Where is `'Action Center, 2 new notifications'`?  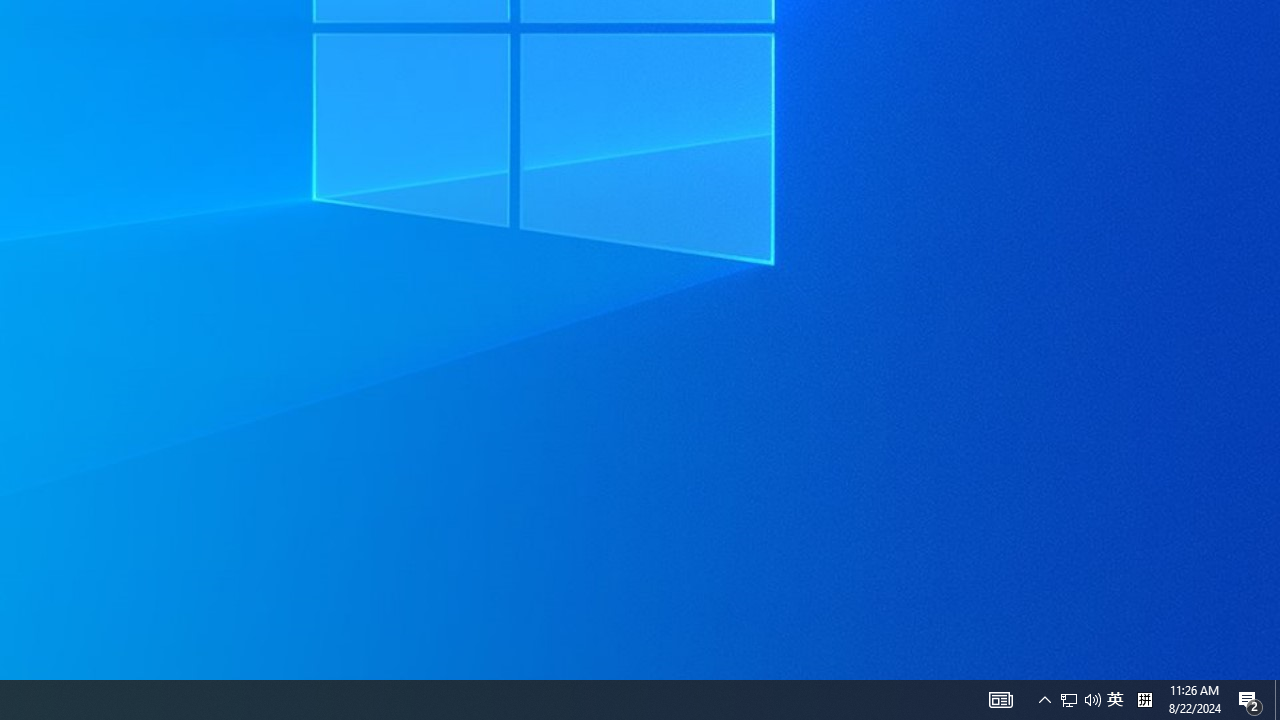 'Action Center, 2 new notifications' is located at coordinates (1250, 698).